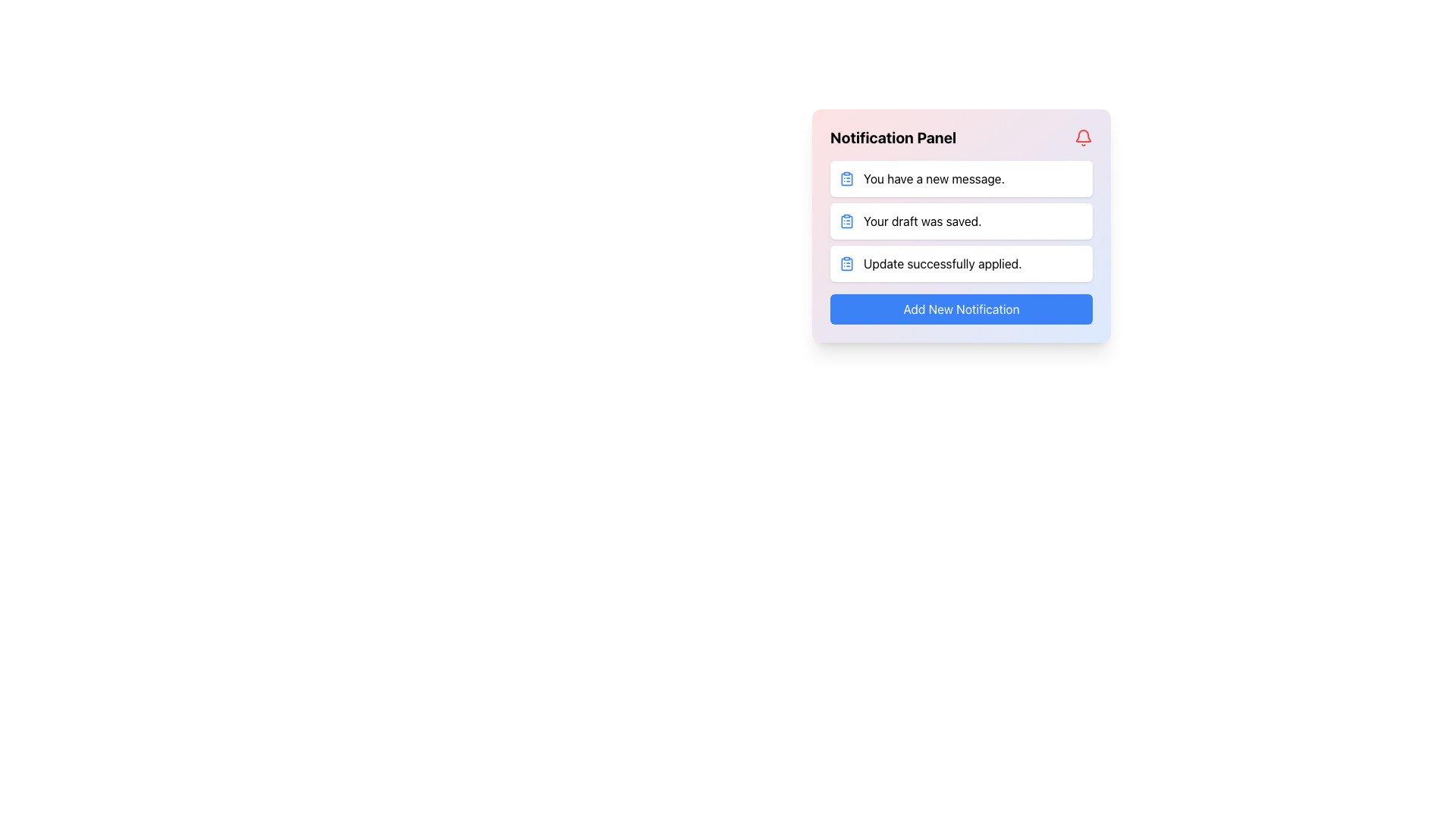 This screenshot has height=819, width=1456. Describe the element at coordinates (1083, 137) in the screenshot. I see `the notification icon located in the top-right corner of the Notification Panel, which serves as a visual indicator for new or unread notifications` at that location.